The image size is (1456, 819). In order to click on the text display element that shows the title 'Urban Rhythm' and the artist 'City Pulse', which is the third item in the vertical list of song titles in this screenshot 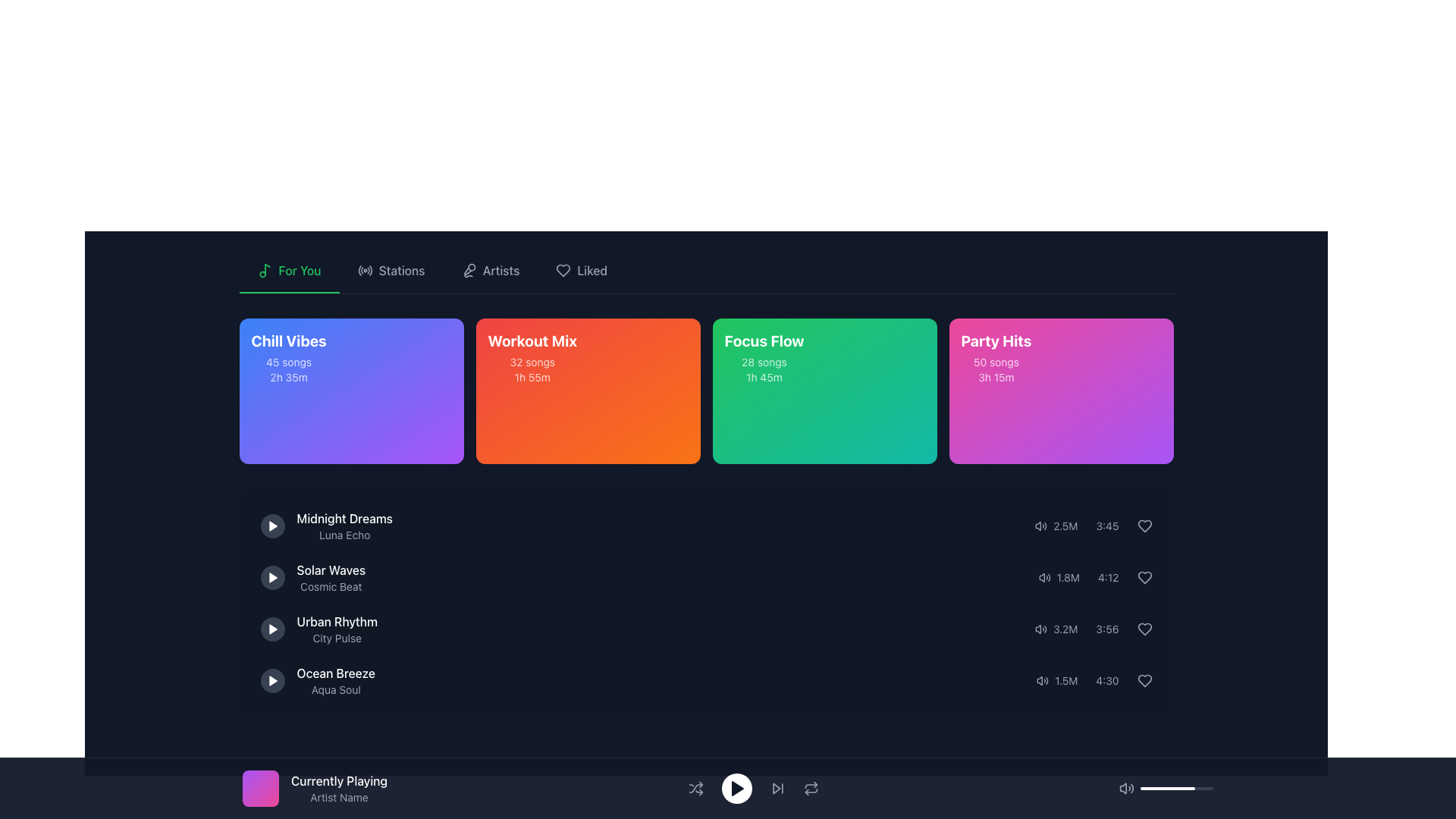, I will do `click(336, 629)`.